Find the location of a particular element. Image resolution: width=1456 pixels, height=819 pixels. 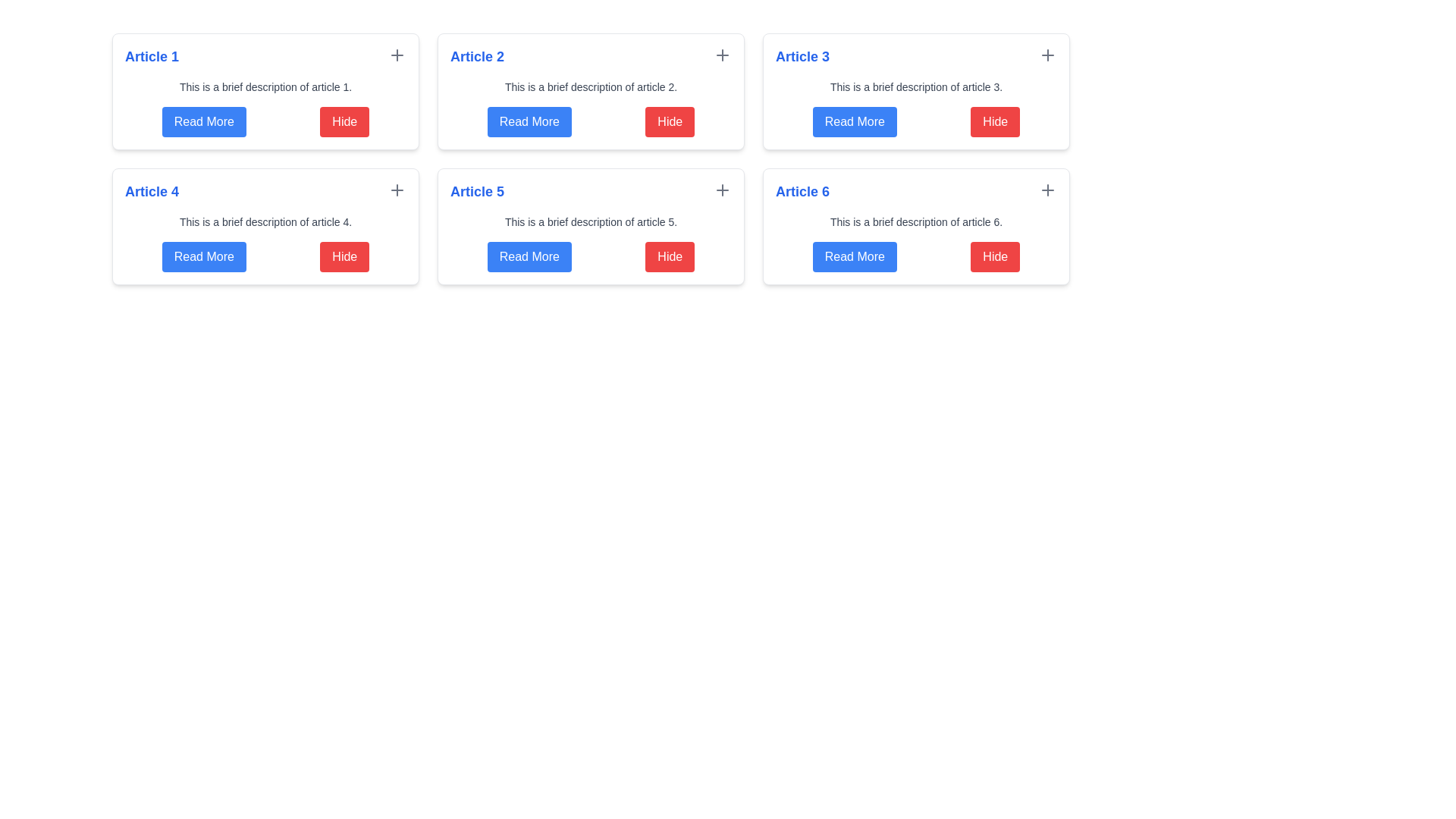

the plus icon button located in the upper-right corner of the 'Article 3' card is located at coordinates (1047, 55).